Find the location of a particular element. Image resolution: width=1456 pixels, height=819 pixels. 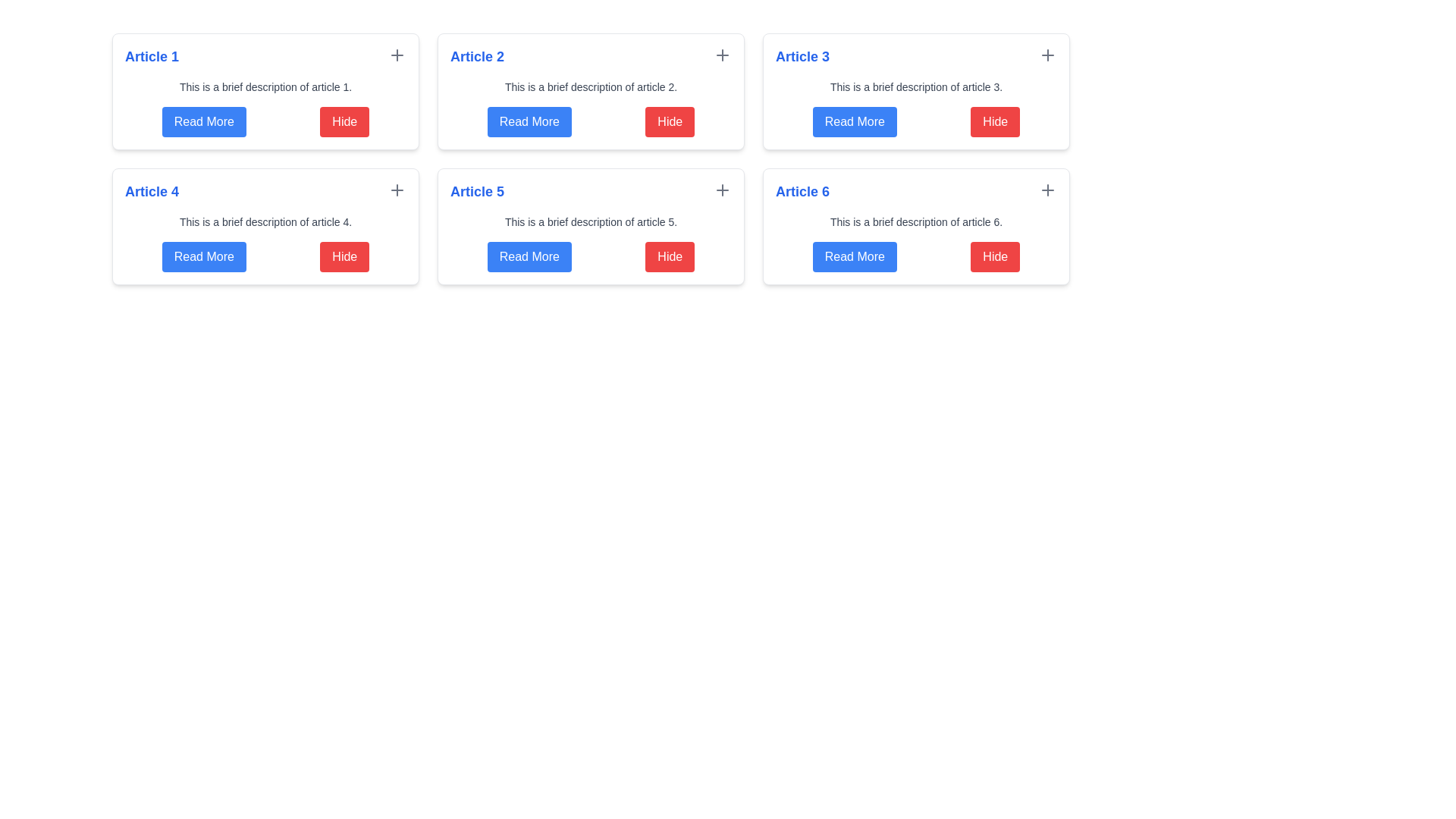

the plus icon button located in the upper-right corner of the 'Article 3' card is located at coordinates (1047, 55).